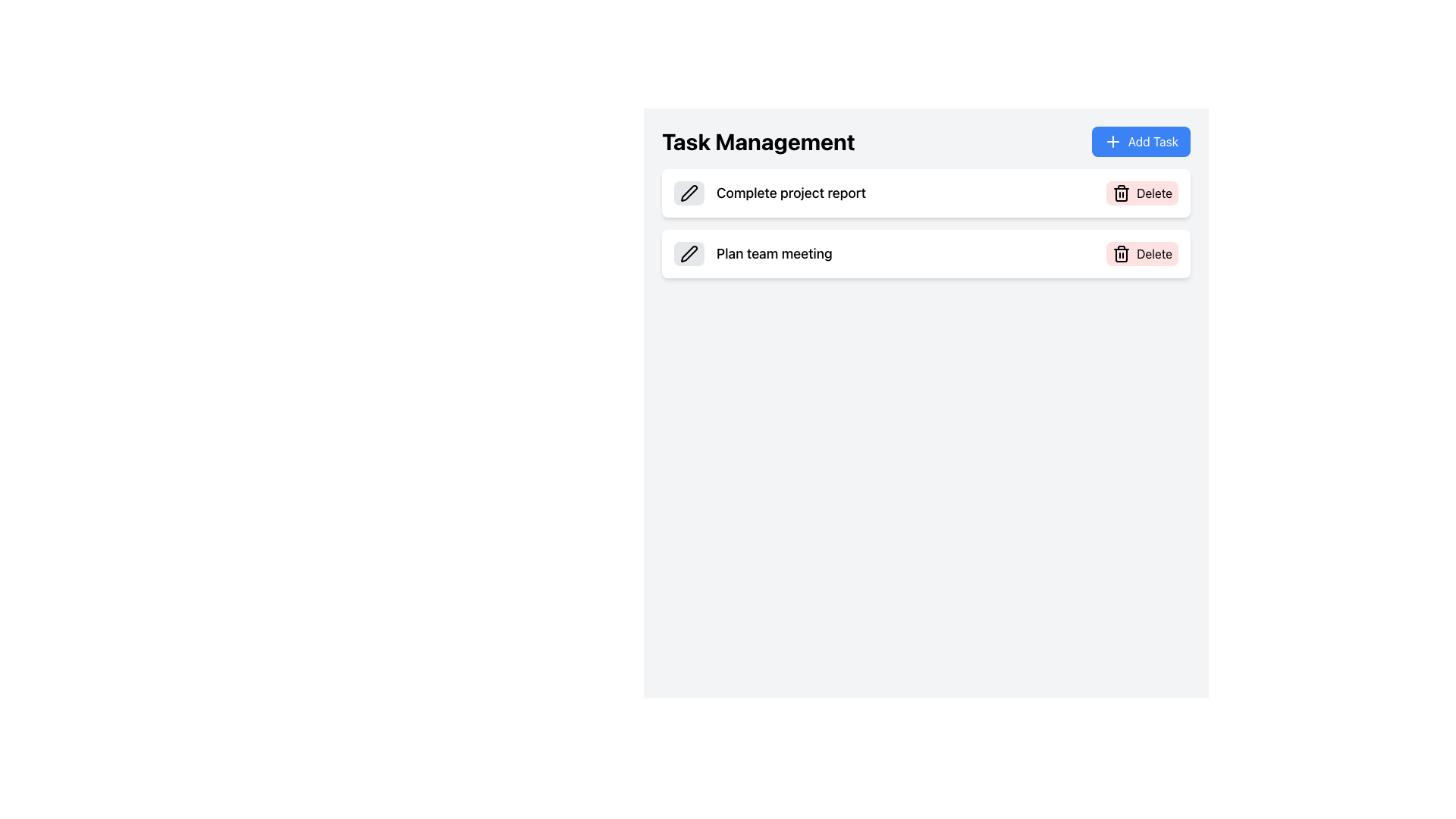 This screenshot has width=1456, height=819. Describe the element at coordinates (687, 253) in the screenshot. I see `the pen icon located in the top-left side of the second task item for editing the 'Plan team meeting' task` at that location.